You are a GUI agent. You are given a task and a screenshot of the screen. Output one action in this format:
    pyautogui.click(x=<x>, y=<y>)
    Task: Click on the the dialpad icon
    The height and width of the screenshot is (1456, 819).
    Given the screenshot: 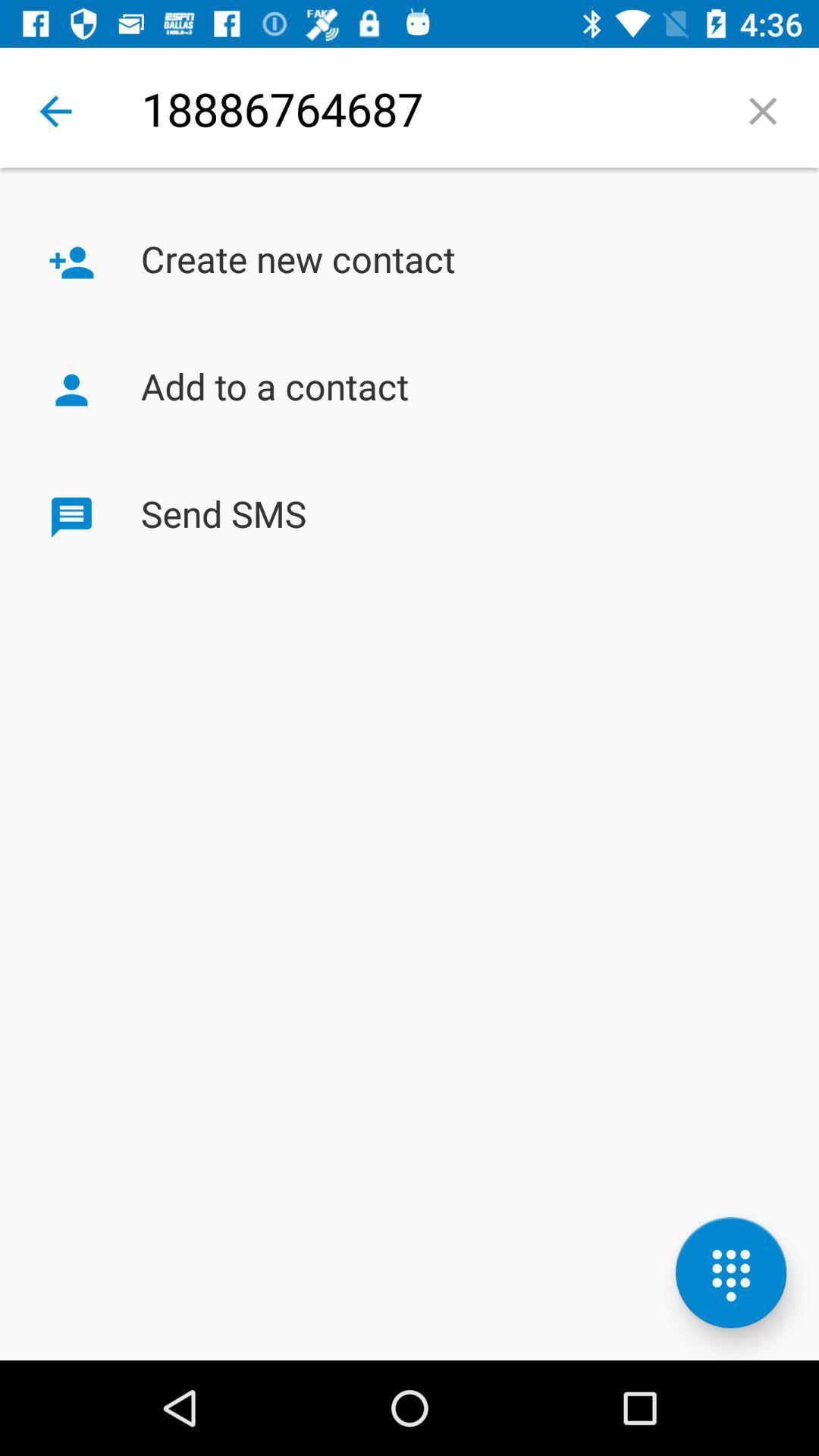 What is the action you would take?
    pyautogui.click(x=730, y=1272)
    